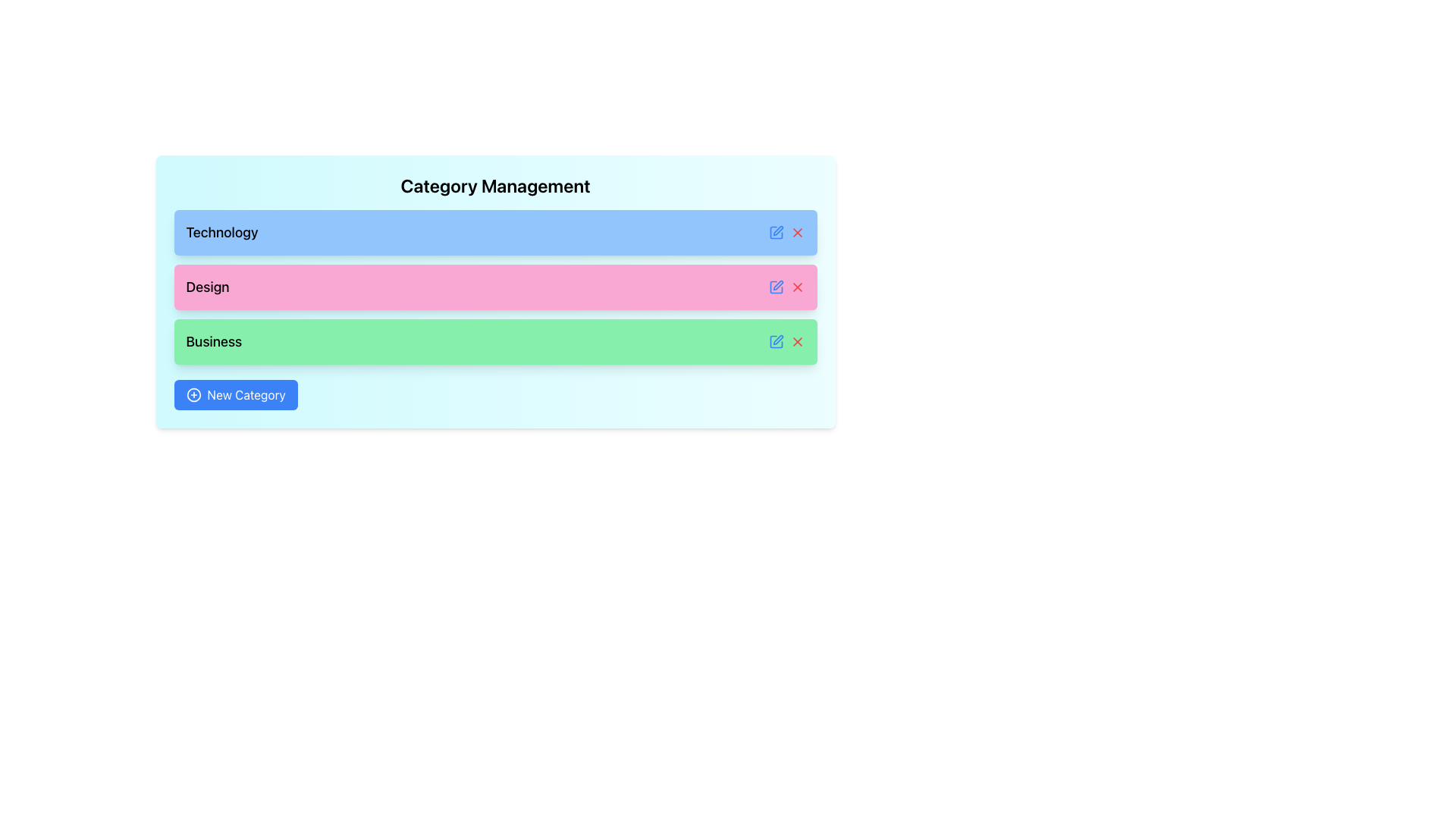 This screenshot has height=819, width=1456. Describe the element at coordinates (796, 287) in the screenshot. I see `the Close/Delete SVG icon located at the right end of the pink row labeled 'Design' in the 'Category Management' section` at that location.